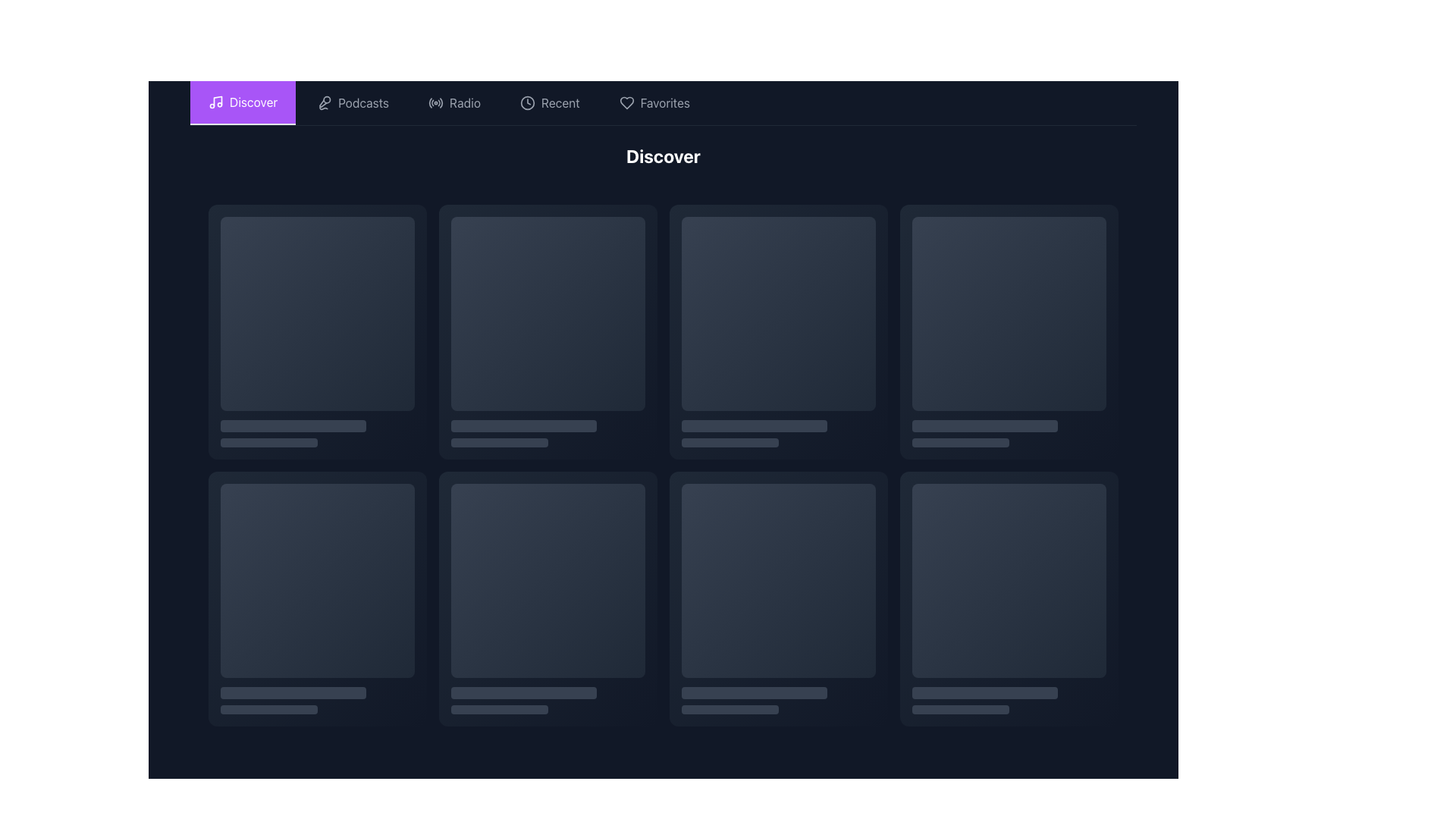 Image resolution: width=1456 pixels, height=819 pixels. I want to click on the Card component, which is a square card with a gradient background and rounded corners, located in the second row, fourth column of the grid layout, so click(779, 598).